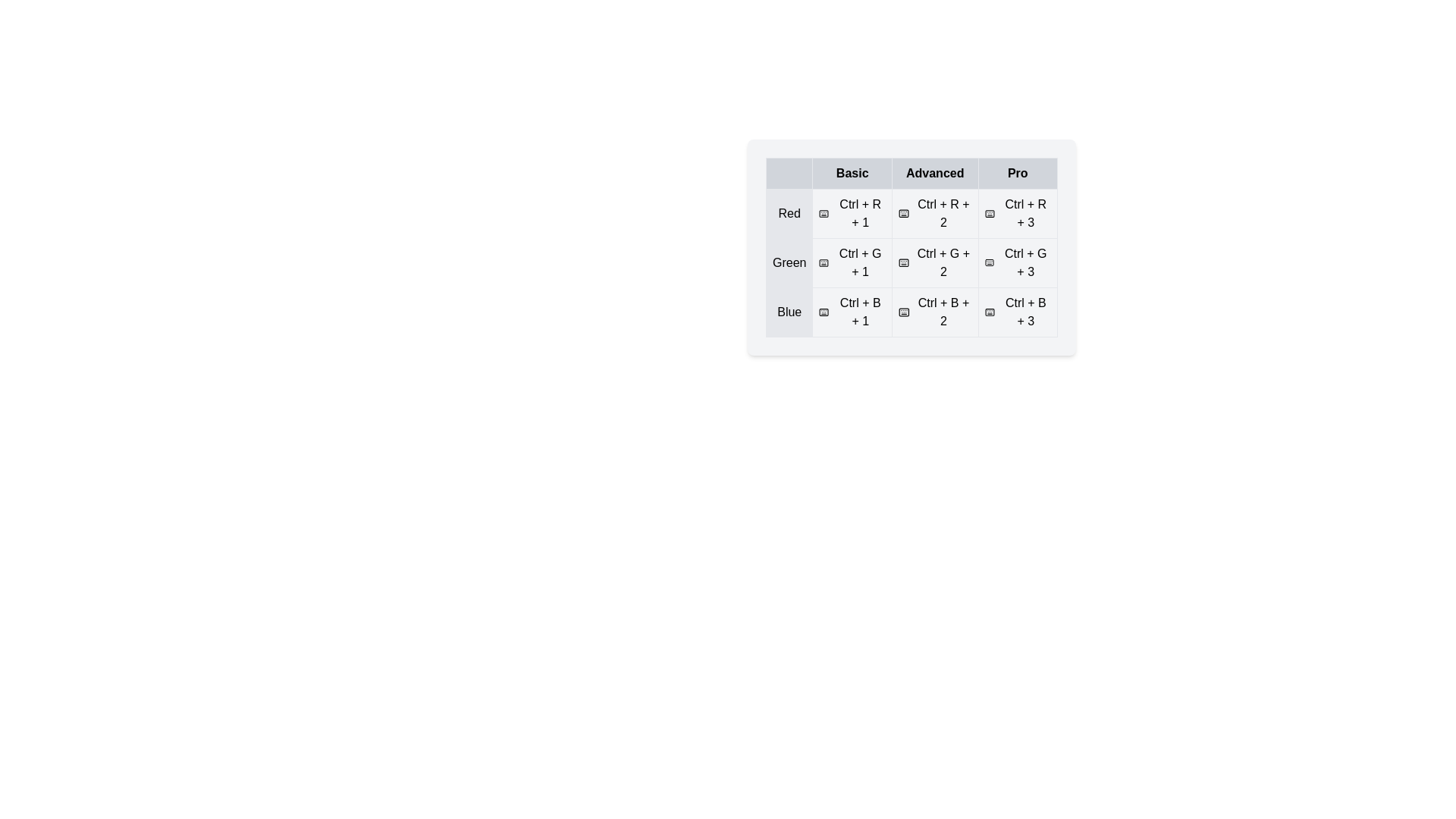 This screenshot has height=819, width=1456. Describe the element at coordinates (934, 213) in the screenshot. I see `the label with icon that conveys keyboard shortcut information related to 'Advanced' functionality` at that location.